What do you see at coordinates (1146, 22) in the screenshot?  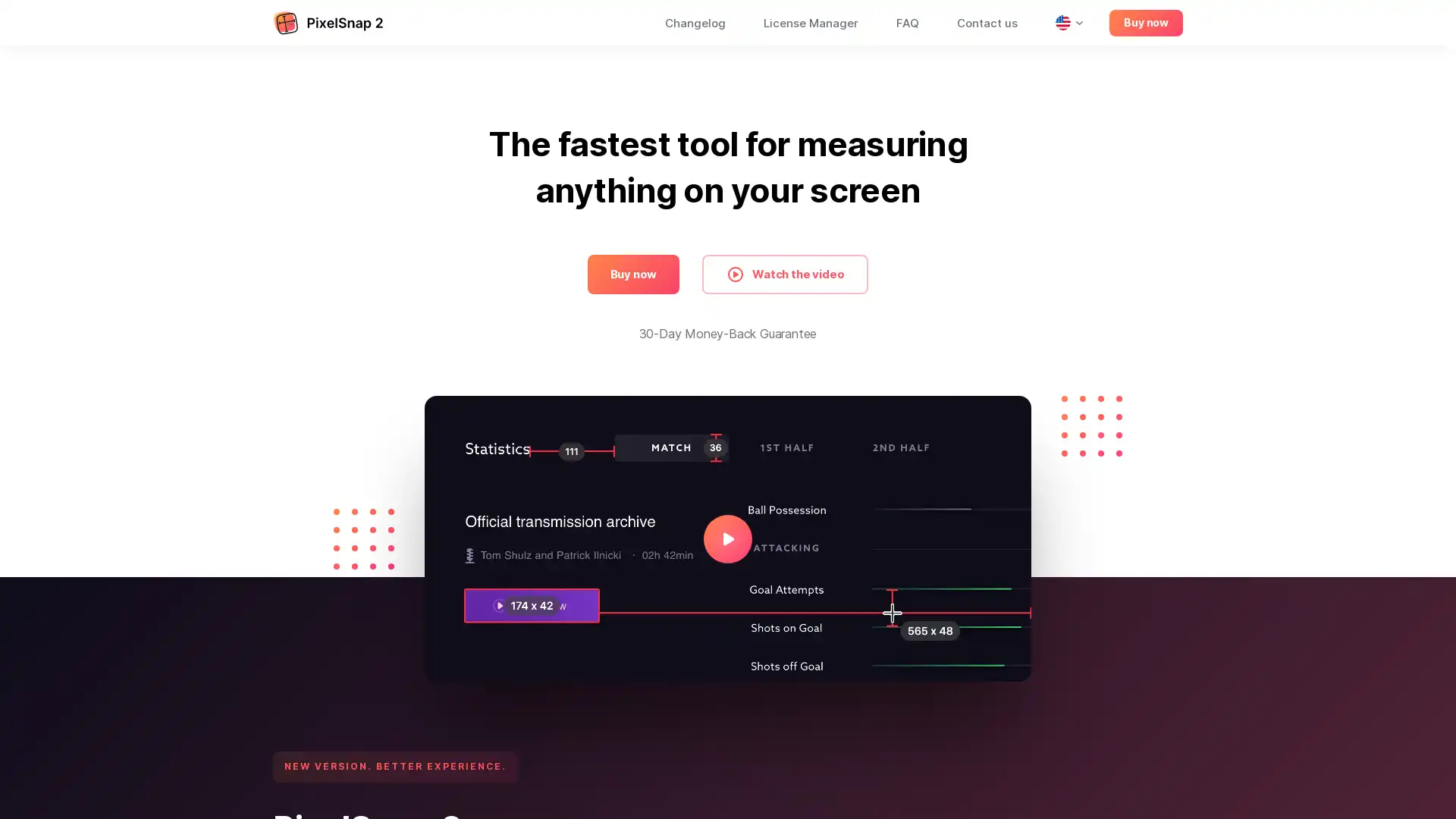 I see `Buy now` at bounding box center [1146, 22].